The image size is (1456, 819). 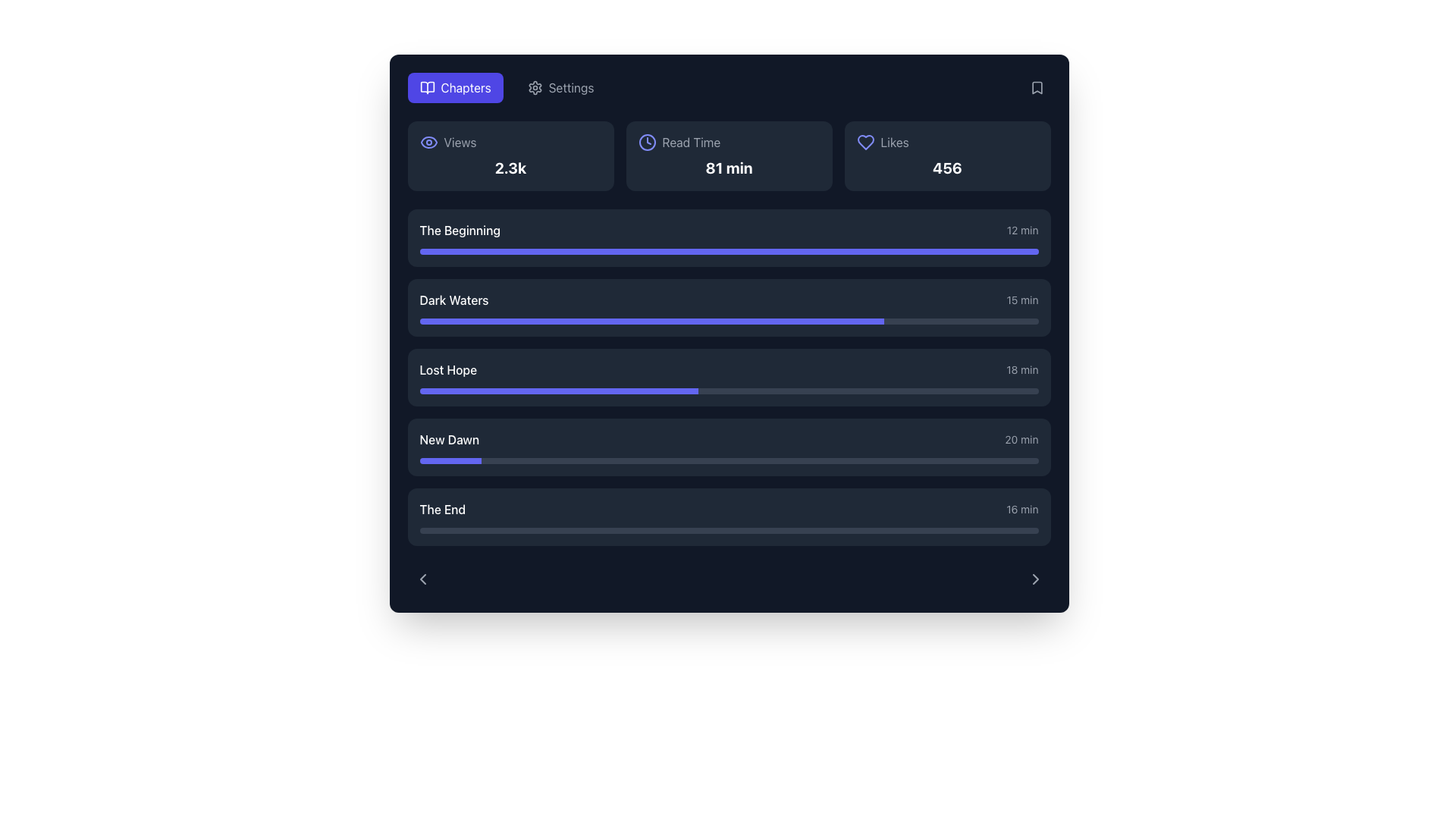 What do you see at coordinates (729, 529) in the screenshot?
I see `the progression level of the Progress Indicator located at the bottom of the 'The End' section, directly below the text '16 min'` at bounding box center [729, 529].